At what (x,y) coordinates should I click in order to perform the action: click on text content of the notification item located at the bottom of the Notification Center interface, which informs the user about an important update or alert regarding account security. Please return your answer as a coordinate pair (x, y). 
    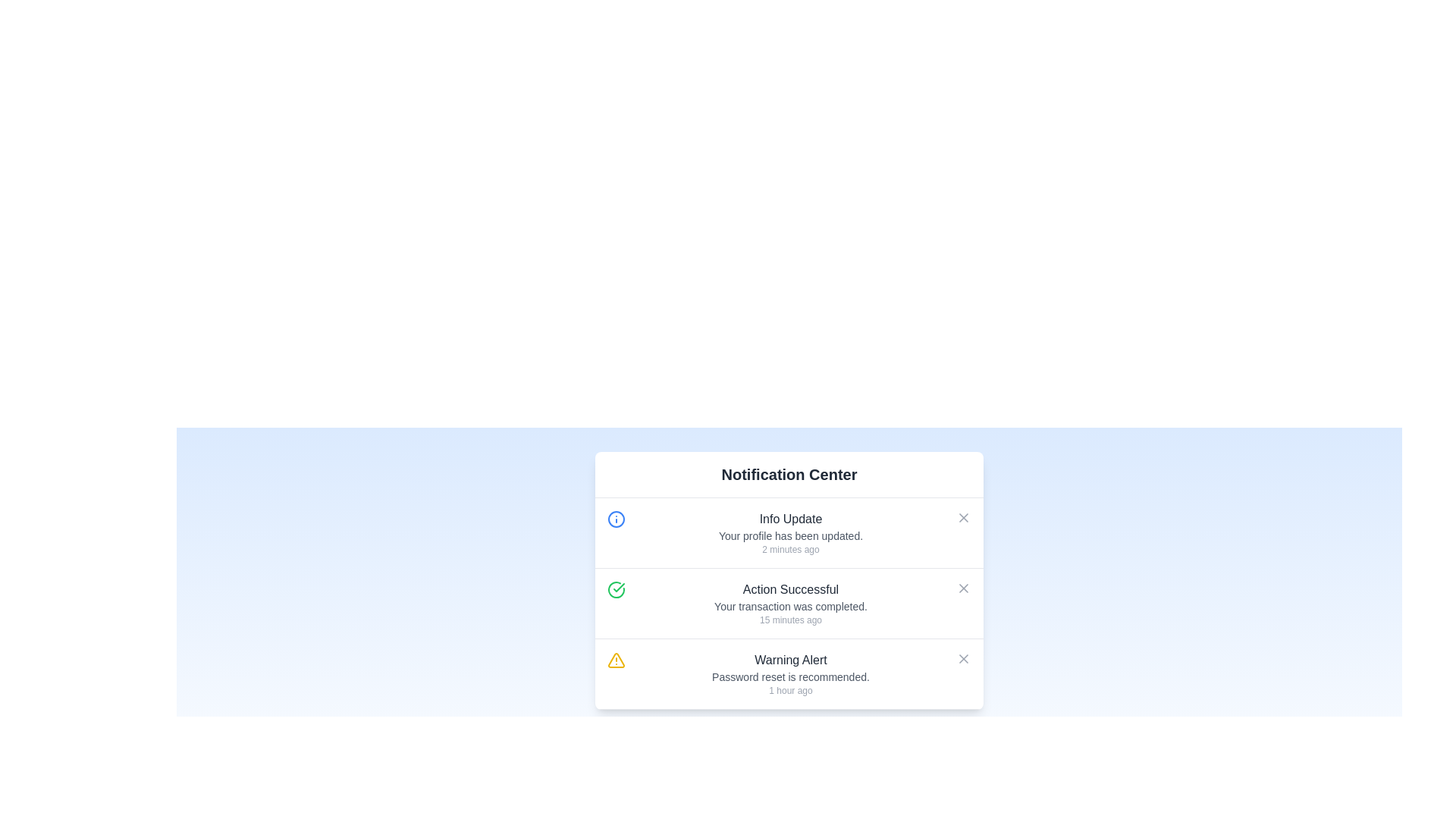
    Looking at the image, I should click on (789, 673).